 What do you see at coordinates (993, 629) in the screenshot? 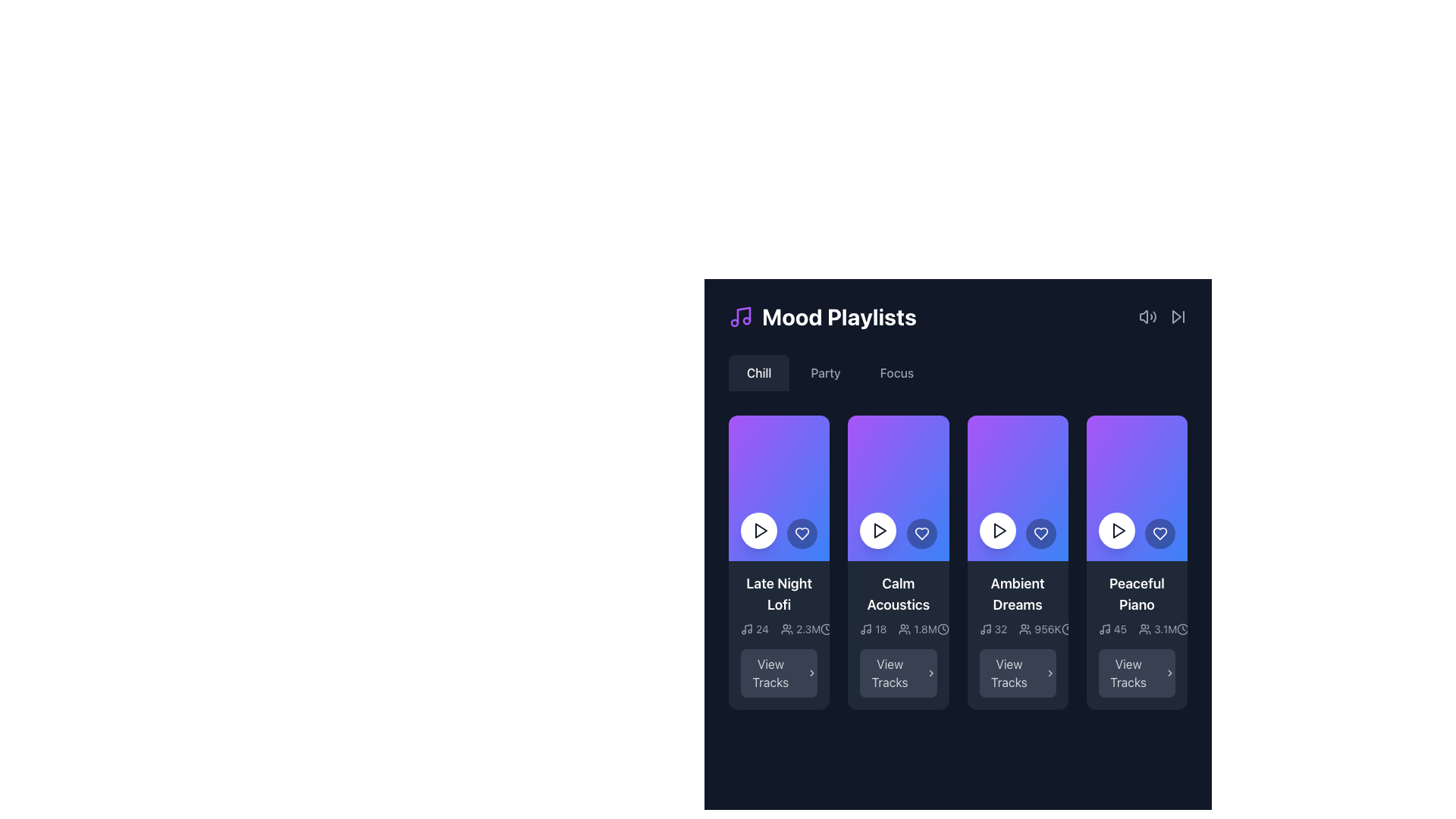
I see `the text with a music note icon and the number '32' located in the lower section of the third card from the left in a horizontally arranged list of cards` at bounding box center [993, 629].